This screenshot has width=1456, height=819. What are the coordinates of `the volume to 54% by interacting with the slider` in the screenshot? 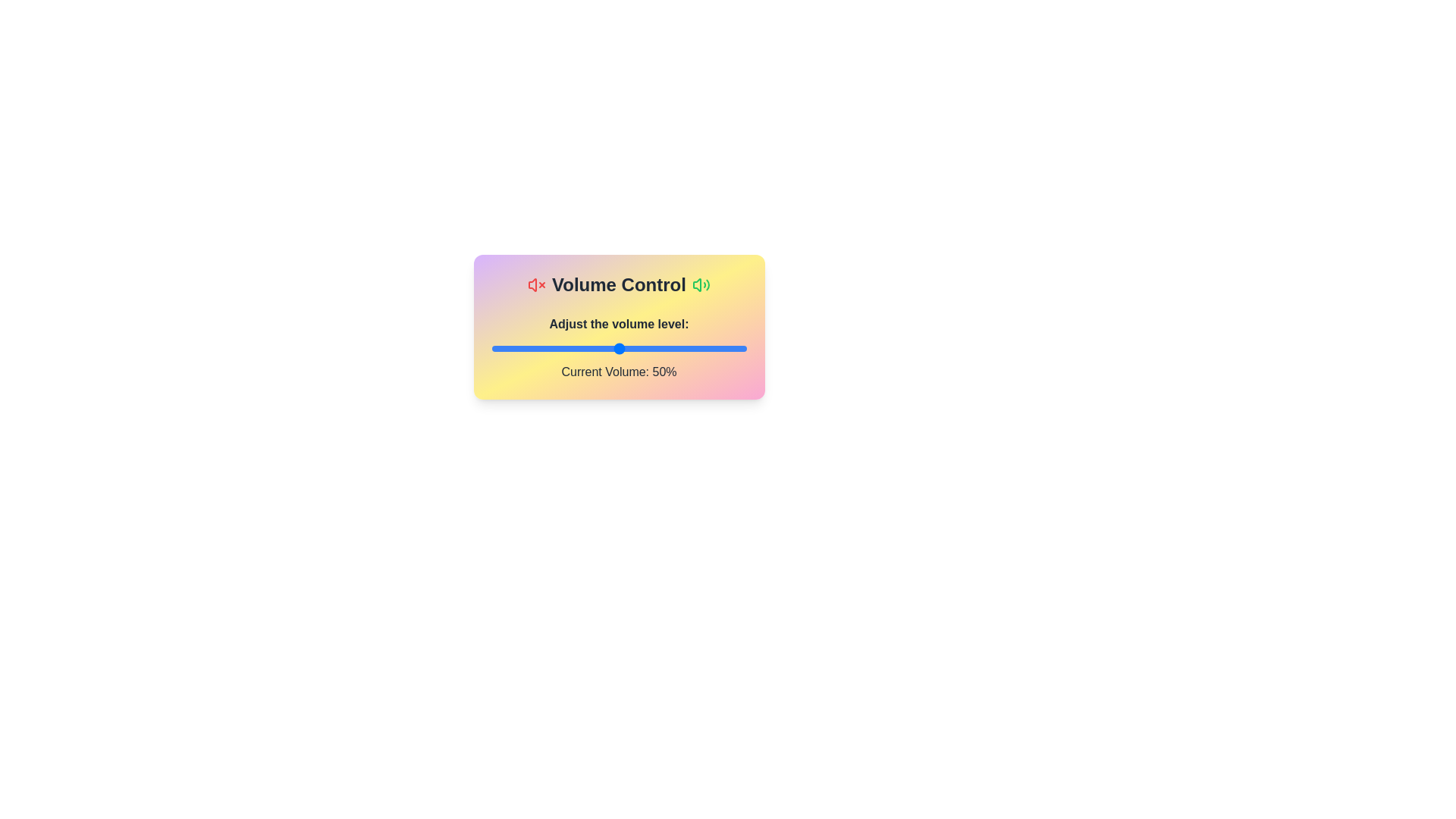 It's located at (629, 348).